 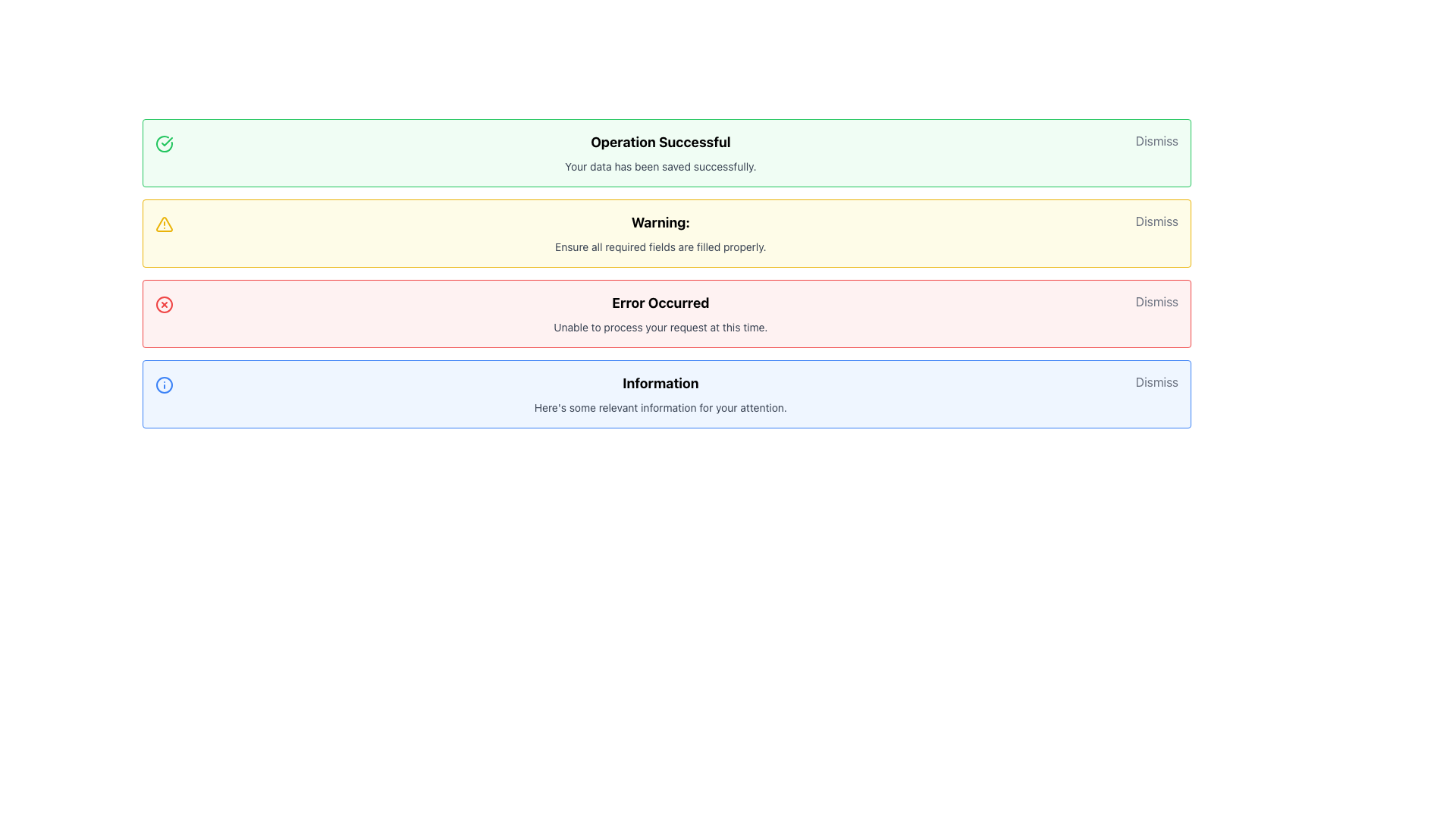 What do you see at coordinates (661, 152) in the screenshot?
I see `the text block displaying 'Operation Successful' which is styled with a bold and large font, located within a green-bordered rectangular box at the top of the interface` at bounding box center [661, 152].